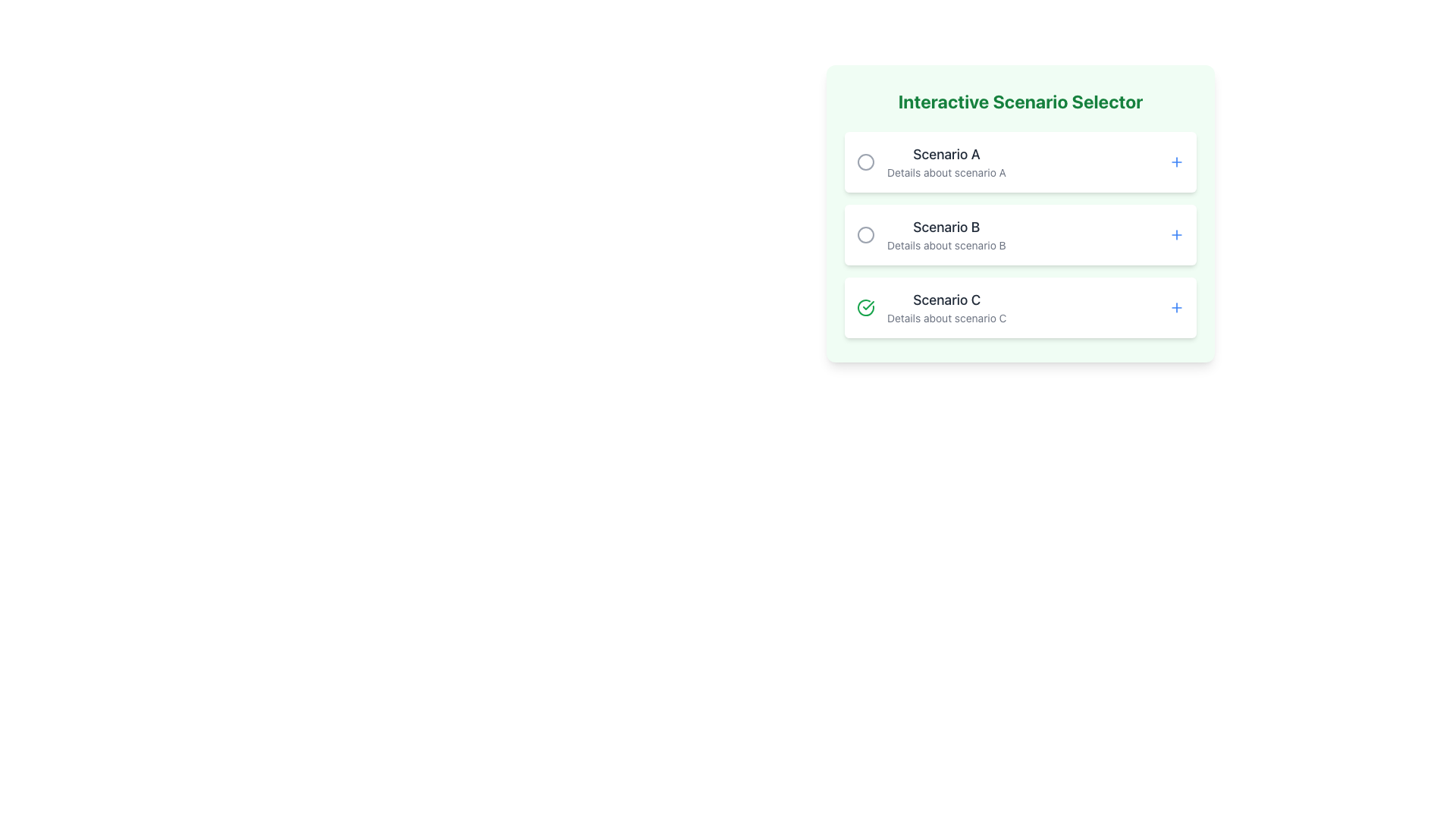 This screenshot has height=819, width=1456. I want to click on the first entry of the selectable list item located towards the center-right of the interface, so click(946, 162).